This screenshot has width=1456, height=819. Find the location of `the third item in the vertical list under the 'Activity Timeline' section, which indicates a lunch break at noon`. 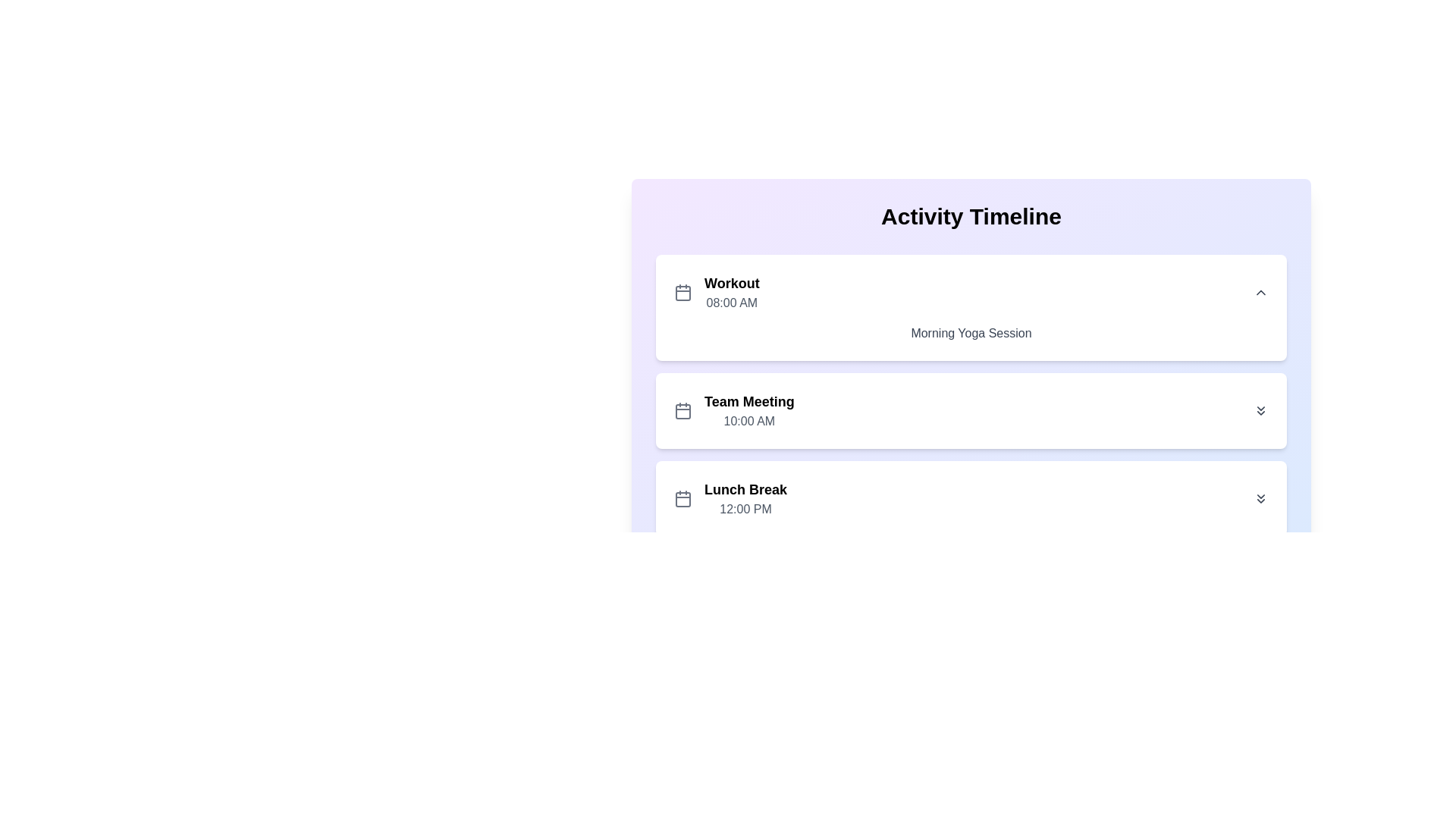

the third item in the vertical list under the 'Activity Timeline' section, which indicates a lunch break at noon is located at coordinates (730, 499).